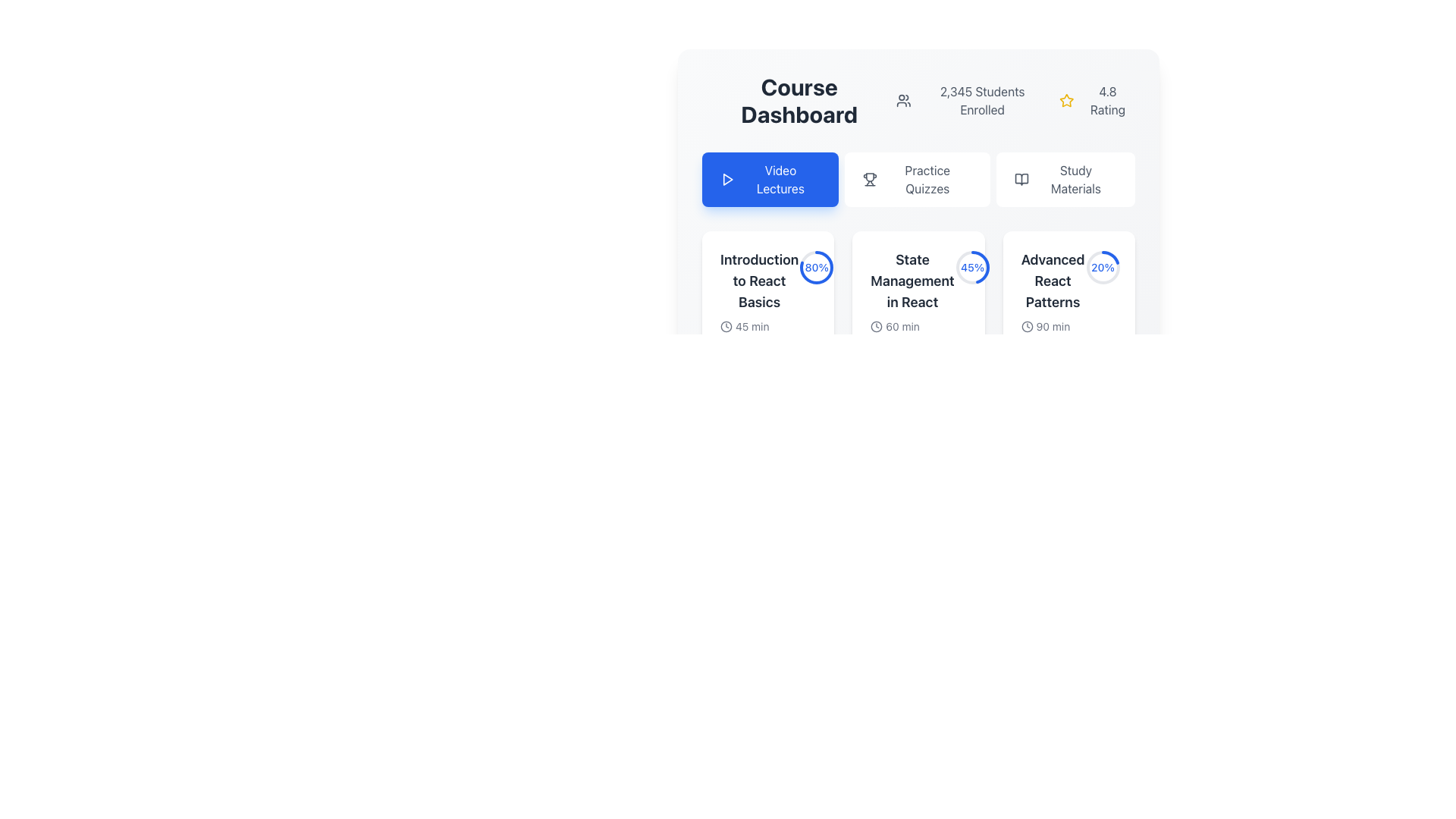 The width and height of the screenshot is (1456, 819). Describe the element at coordinates (1027, 326) in the screenshot. I see `the time icon located to the left of the '90 min' text in the third card under the 'Advanced React Patterns' section` at that location.